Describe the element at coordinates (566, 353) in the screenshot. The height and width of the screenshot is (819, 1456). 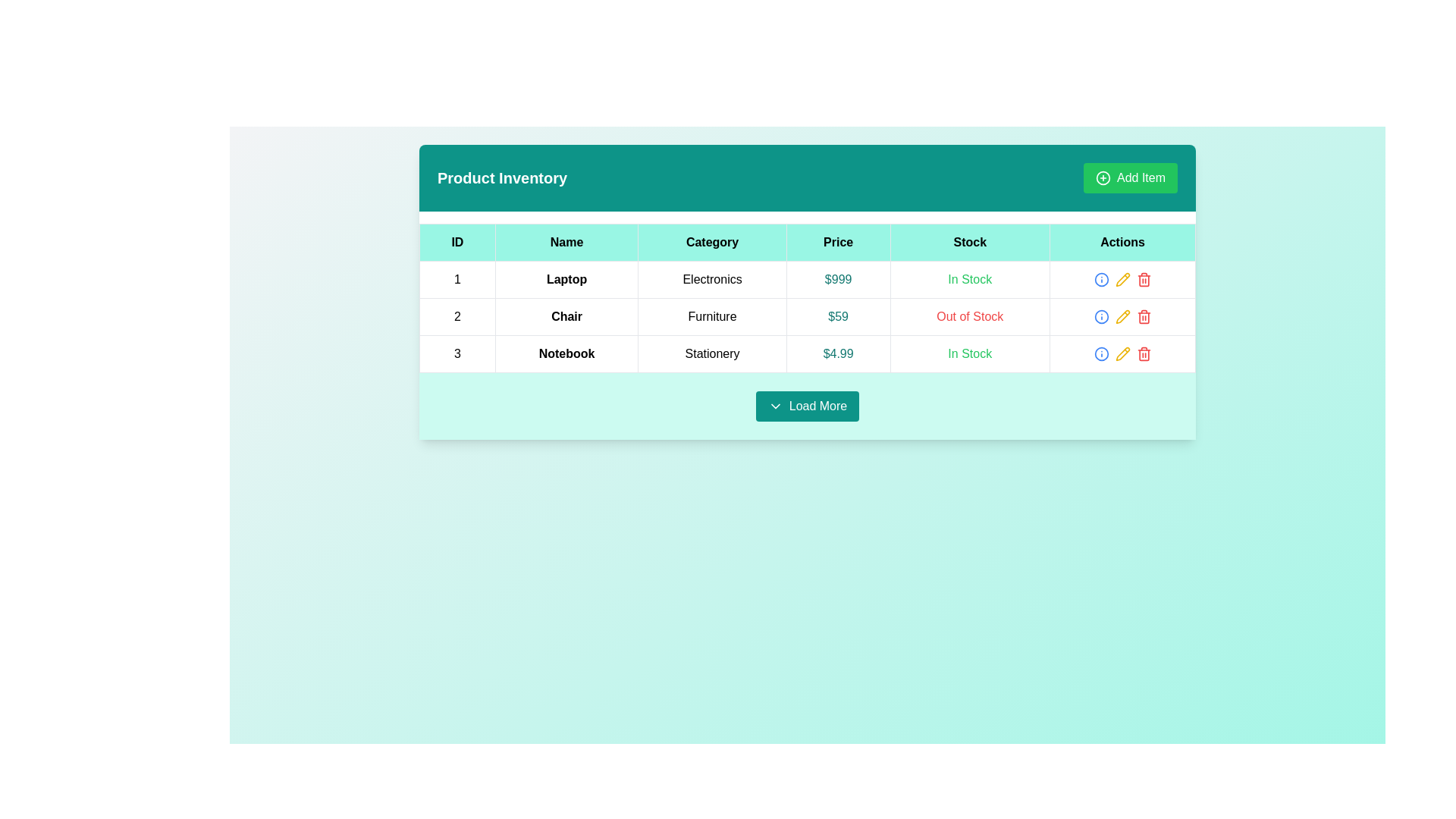
I see `the 'Notebook' text label in the second cell of the third row of the inventory table, which categorizes the product as 'Notebook'` at that location.